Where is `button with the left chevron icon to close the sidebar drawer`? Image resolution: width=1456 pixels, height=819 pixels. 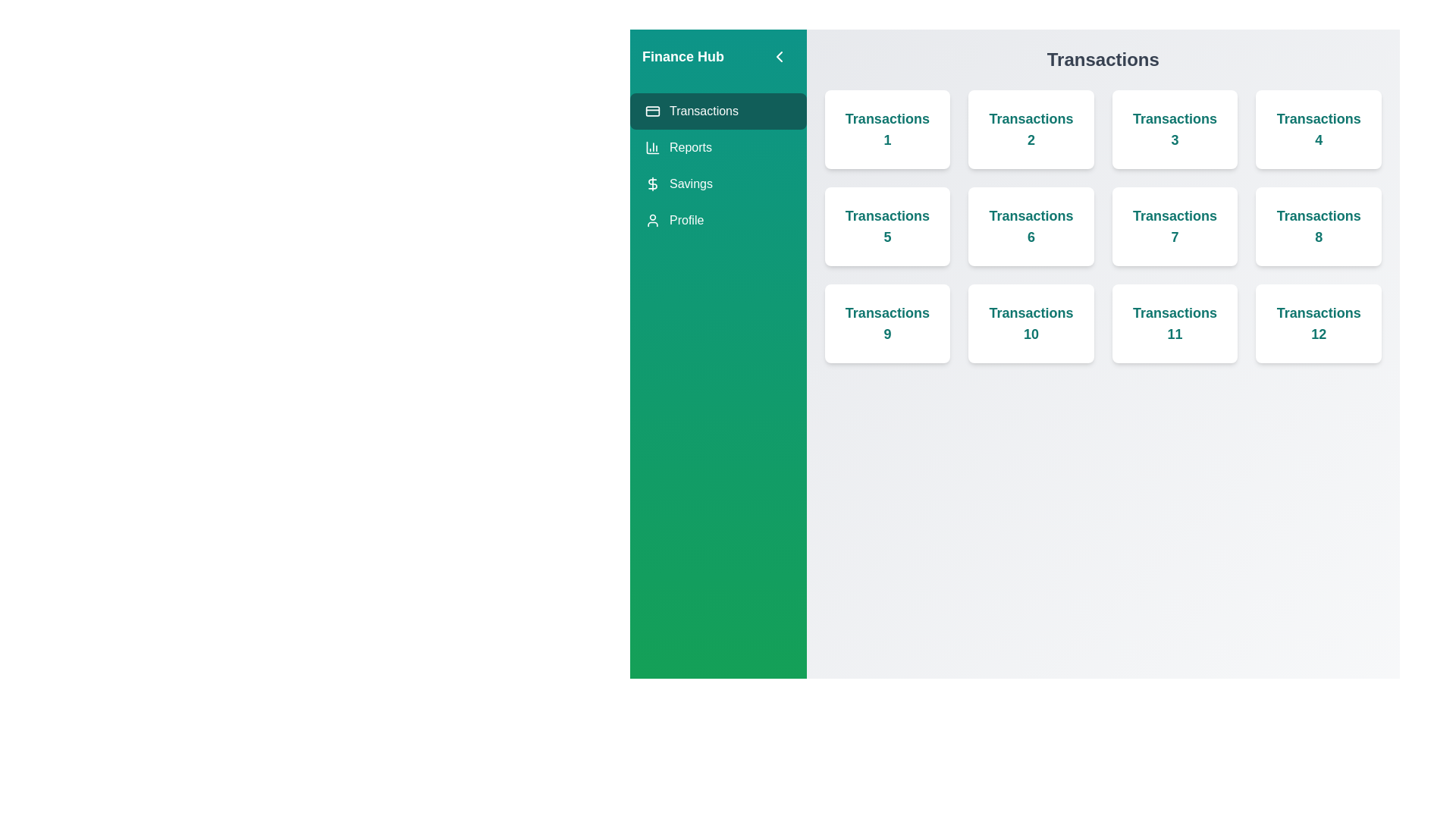 button with the left chevron icon to close the sidebar drawer is located at coordinates (779, 55).